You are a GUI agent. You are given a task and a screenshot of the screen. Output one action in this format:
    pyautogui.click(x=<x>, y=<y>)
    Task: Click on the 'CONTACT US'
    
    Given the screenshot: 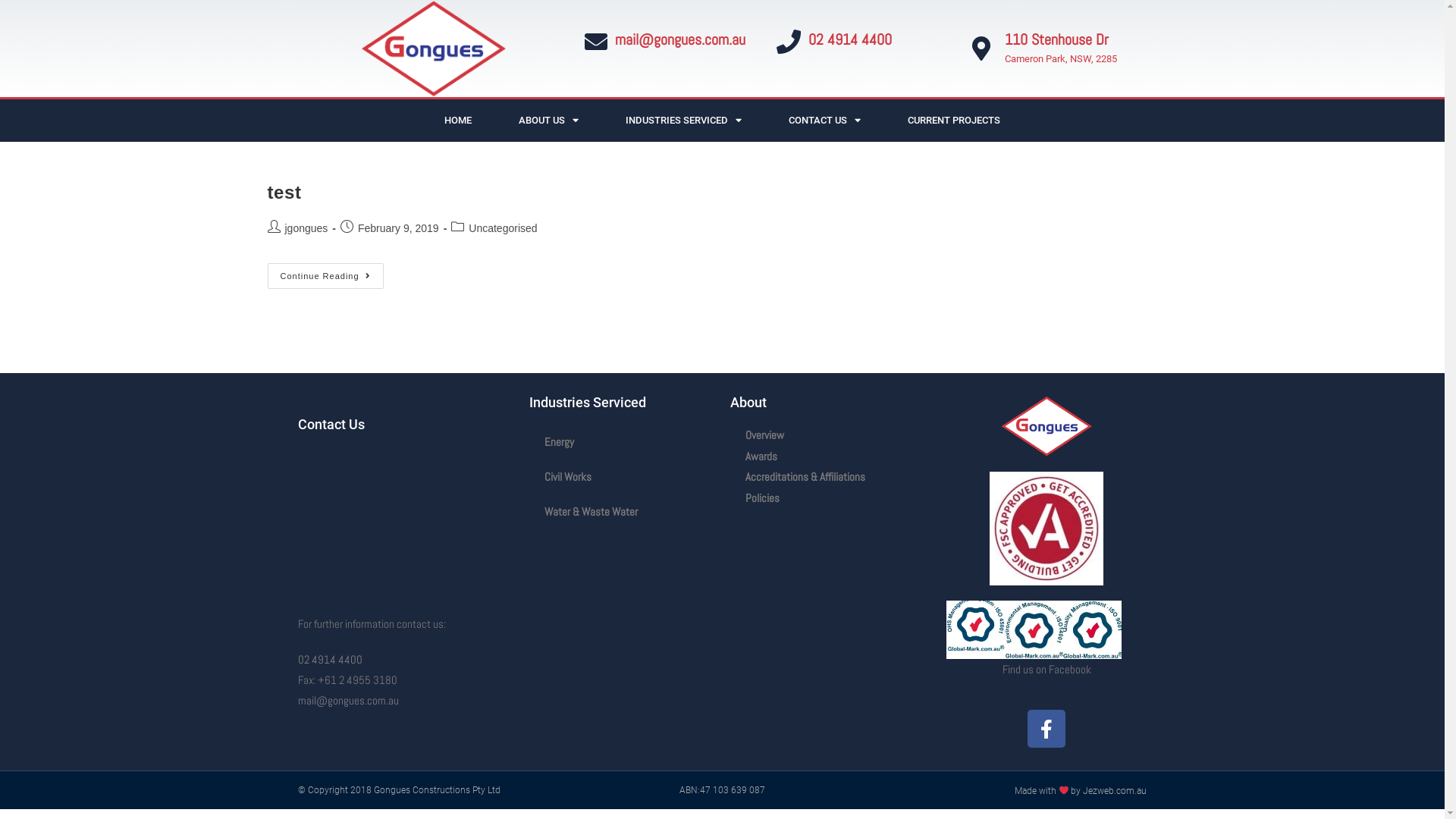 What is the action you would take?
    pyautogui.click(x=824, y=119)
    